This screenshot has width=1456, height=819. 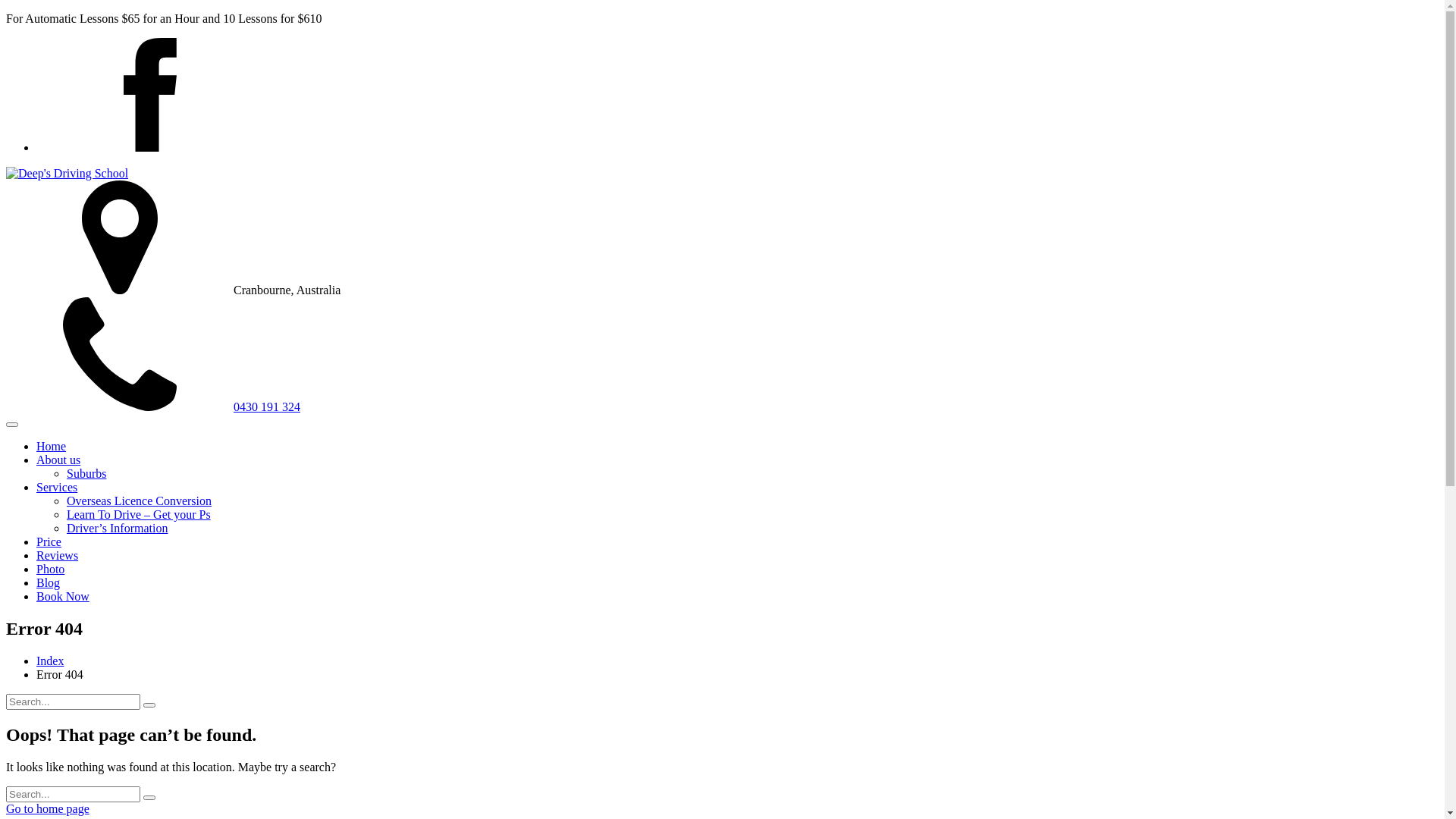 I want to click on 'Book Now', so click(x=61, y=595).